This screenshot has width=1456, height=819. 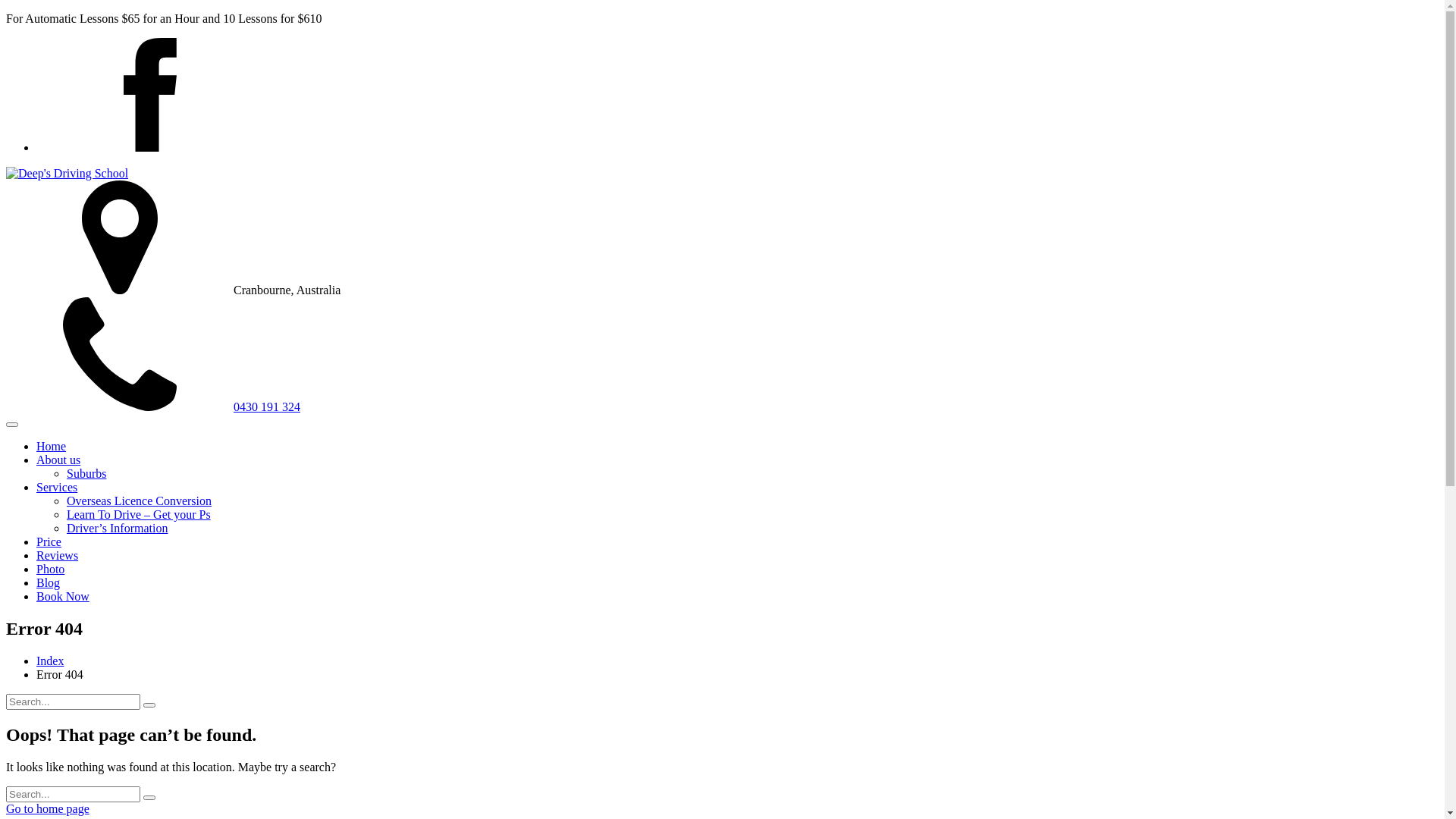 I want to click on 'Book Now', so click(x=61, y=595).